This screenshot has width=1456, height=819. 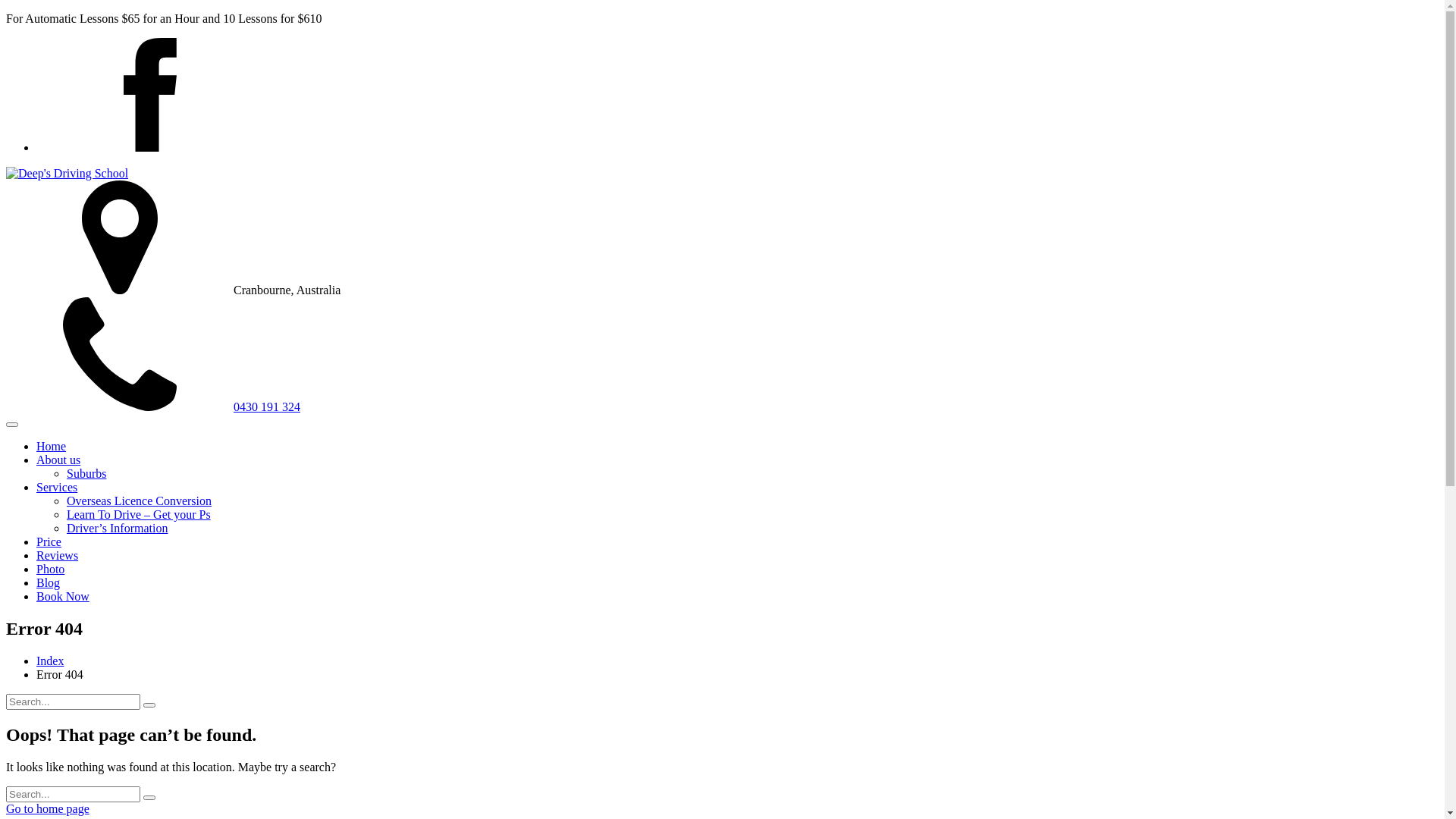 I want to click on 'Book Now', so click(x=61, y=595).